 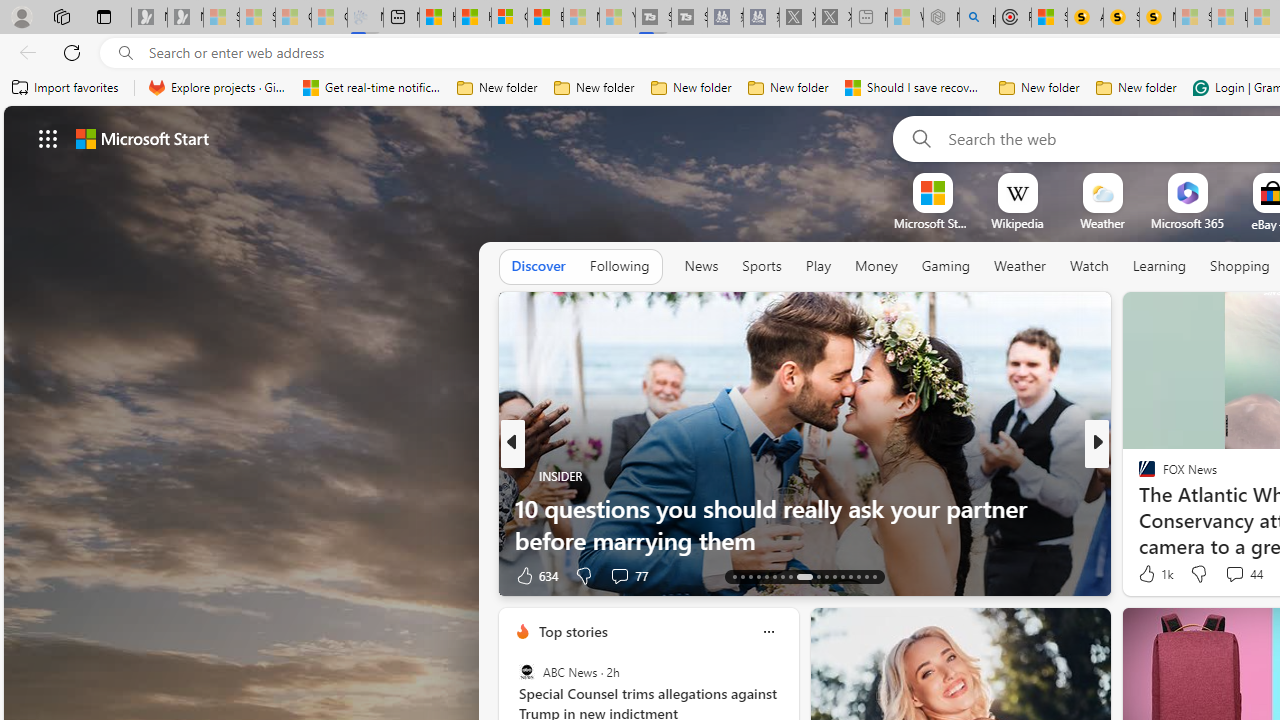 What do you see at coordinates (1228, 575) in the screenshot?
I see `'View comments 5 Comment'` at bounding box center [1228, 575].